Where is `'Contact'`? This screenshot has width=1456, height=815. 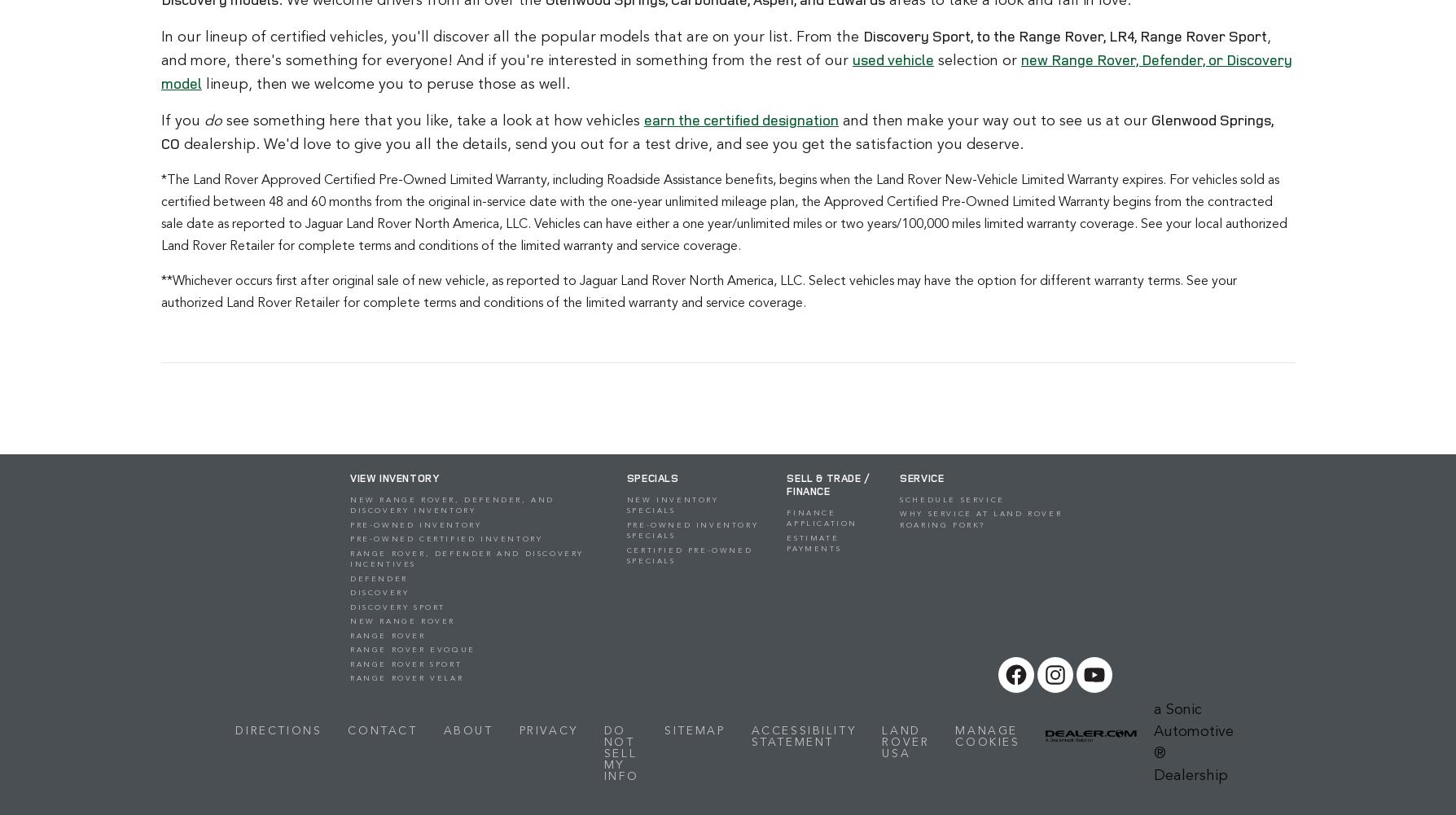
'Contact' is located at coordinates (382, 730).